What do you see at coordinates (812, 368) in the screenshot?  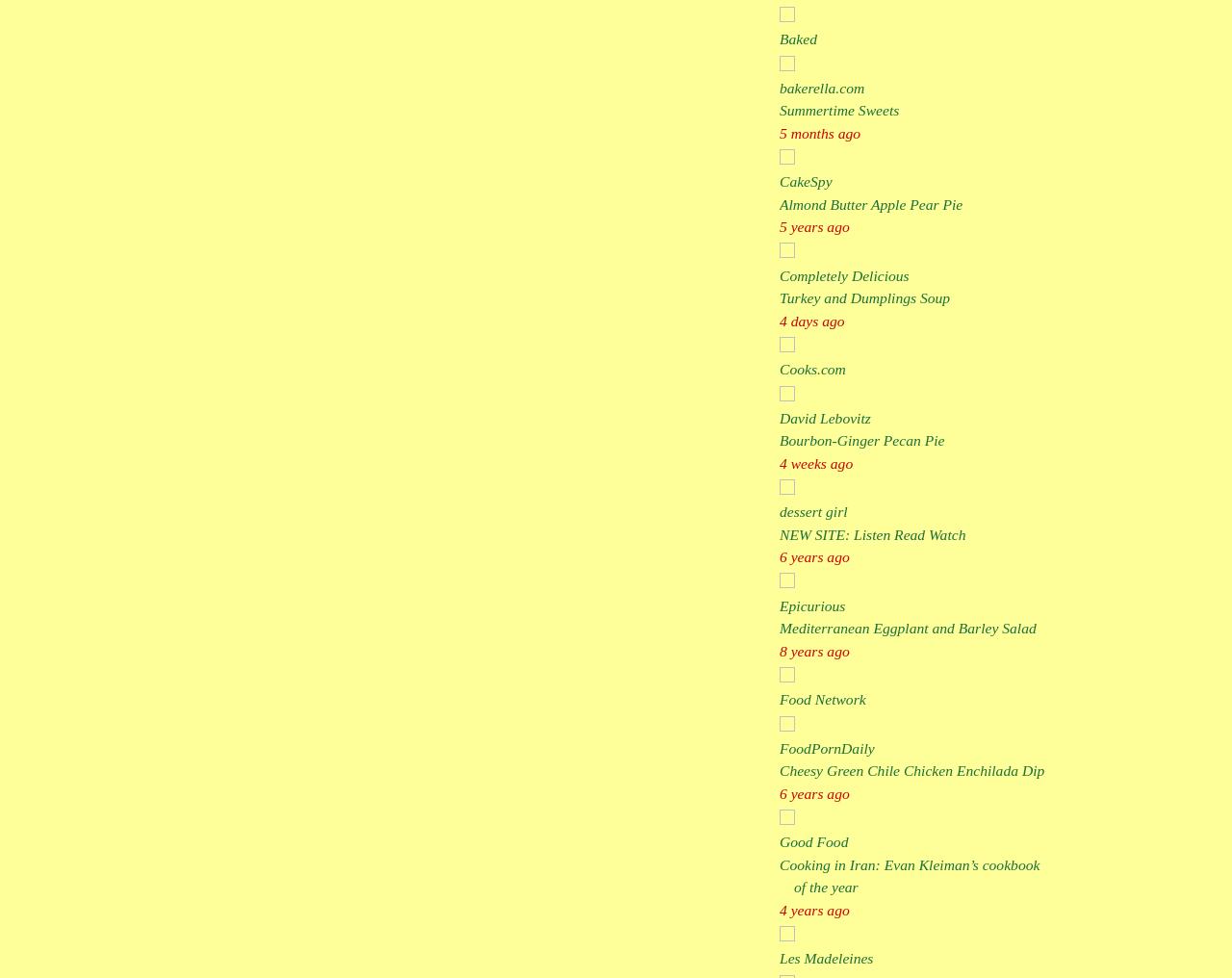 I see `'Cooks.com'` at bounding box center [812, 368].